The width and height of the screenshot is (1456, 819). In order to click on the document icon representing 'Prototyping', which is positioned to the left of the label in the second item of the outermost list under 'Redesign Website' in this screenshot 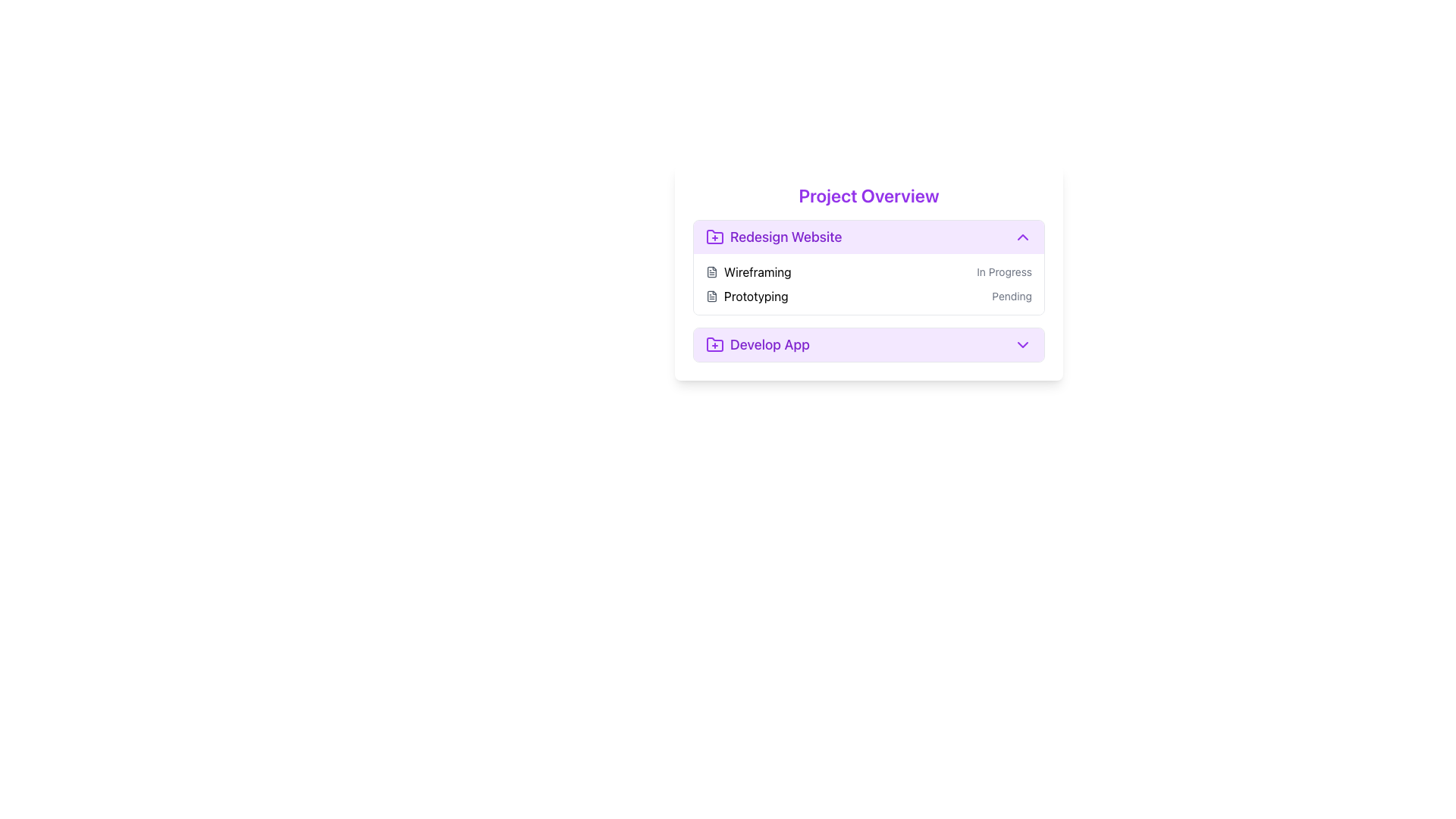, I will do `click(711, 296)`.